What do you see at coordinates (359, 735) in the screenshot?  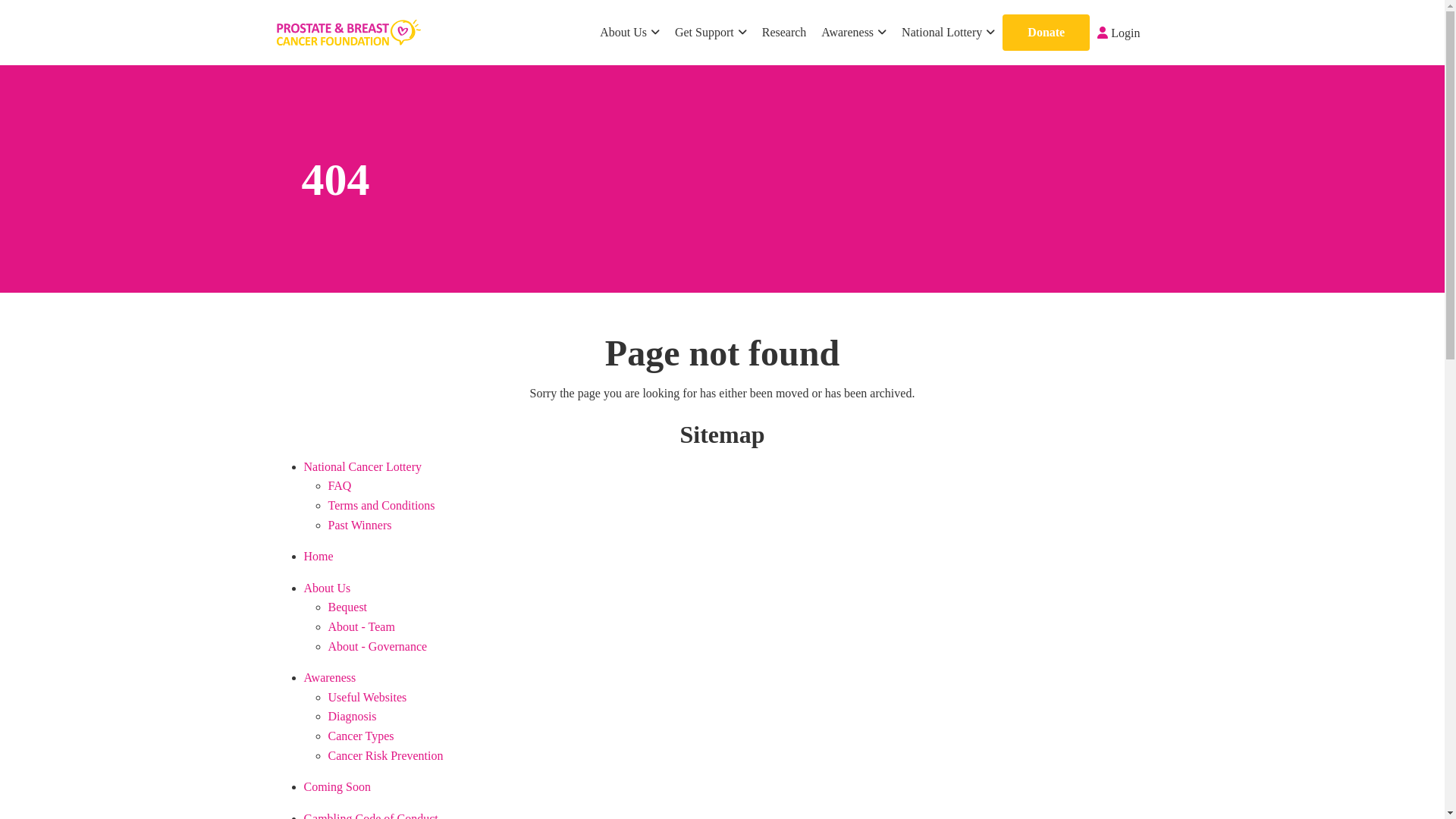 I see `'Cancer Types'` at bounding box center [359, 735].